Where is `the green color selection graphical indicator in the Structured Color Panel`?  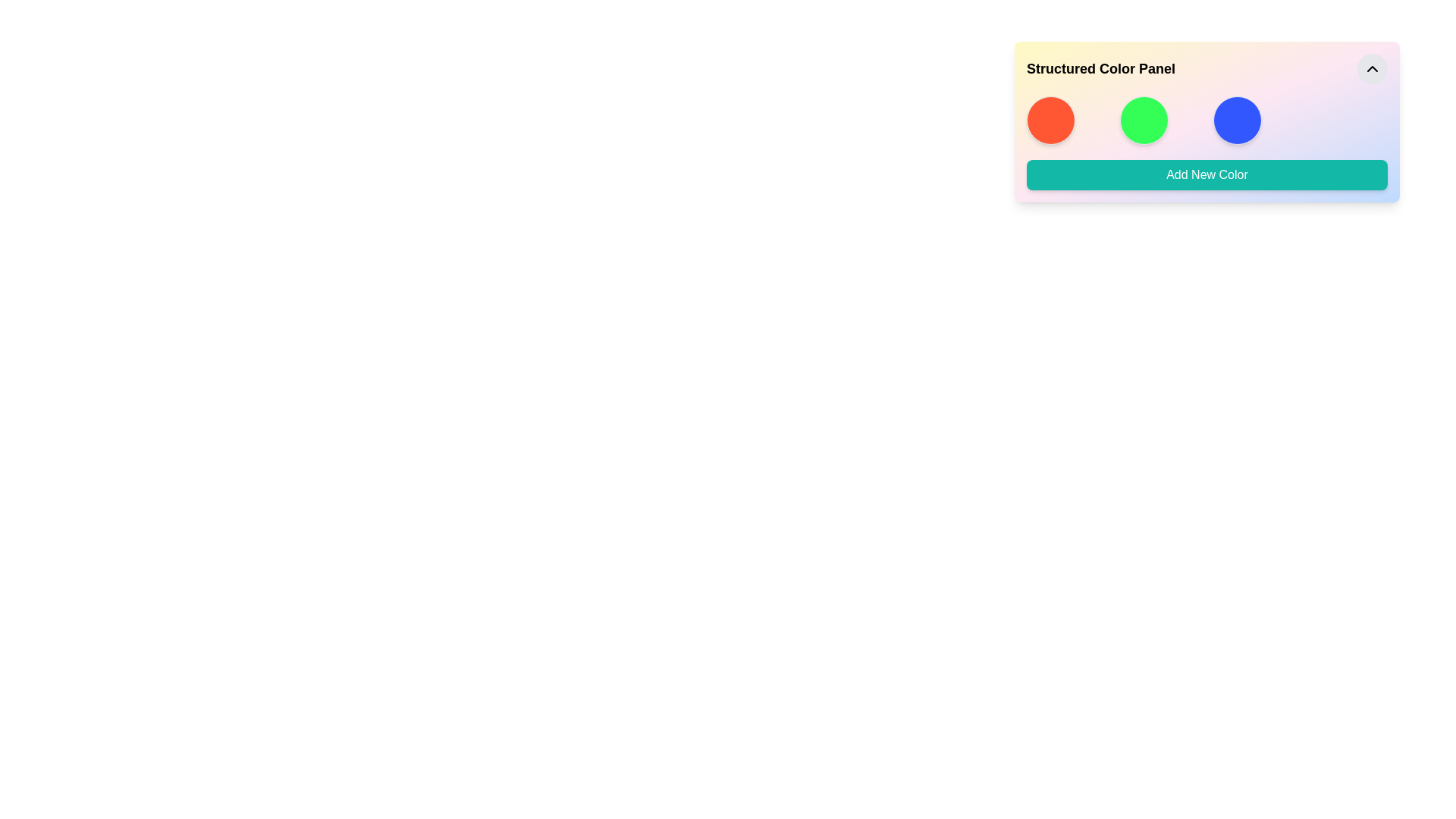
the green color selection graphical indicator in the Structured Color Panel is located at coordinates (1144, 119).